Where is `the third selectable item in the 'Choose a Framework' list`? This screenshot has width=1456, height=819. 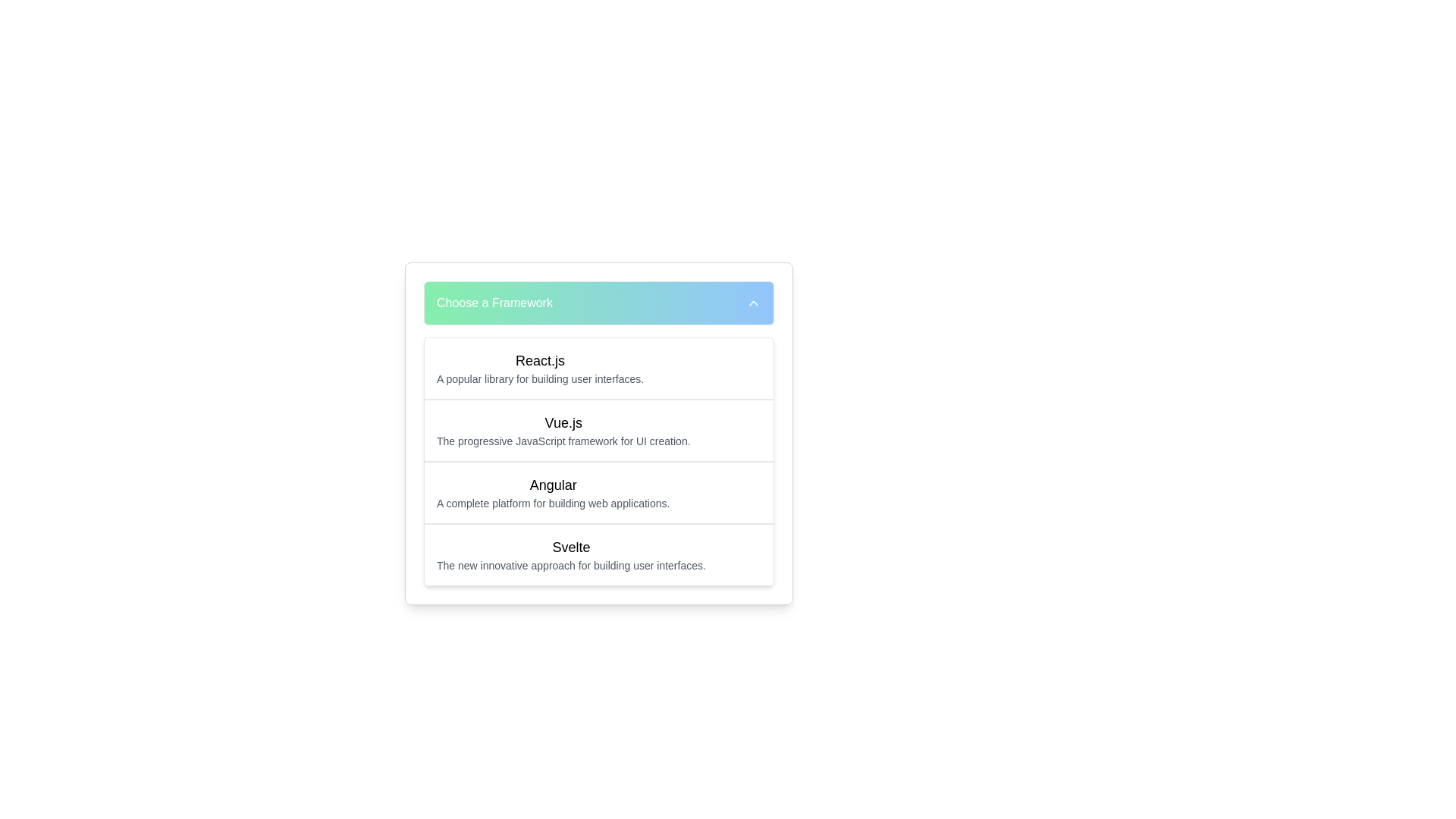 the third selectable item in the 'Choose a Framework' list is located at coordinates (552, 493).